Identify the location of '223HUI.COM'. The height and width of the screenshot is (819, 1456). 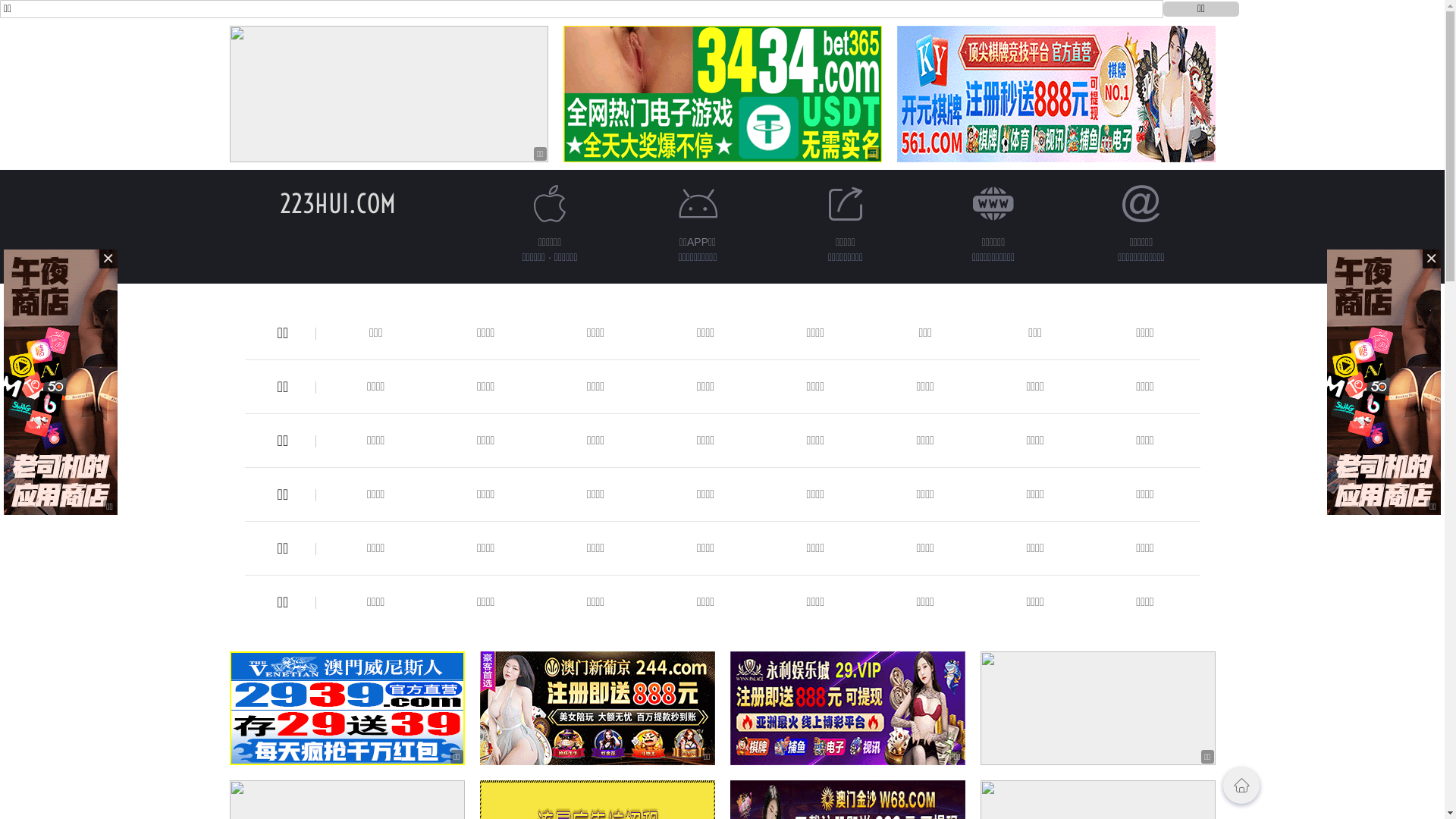
(337, 202).